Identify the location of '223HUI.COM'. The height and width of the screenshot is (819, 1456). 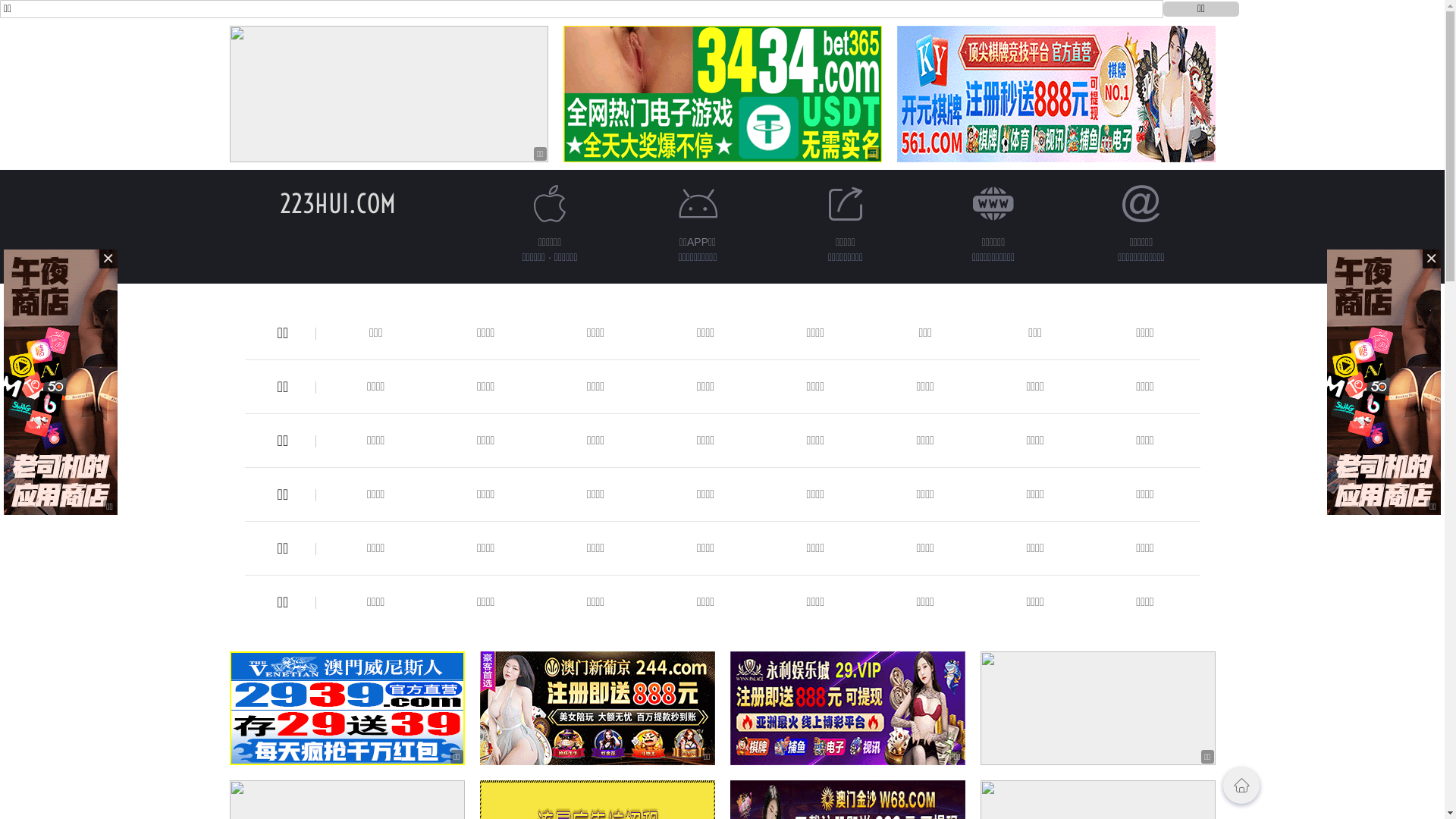
(337, 202).